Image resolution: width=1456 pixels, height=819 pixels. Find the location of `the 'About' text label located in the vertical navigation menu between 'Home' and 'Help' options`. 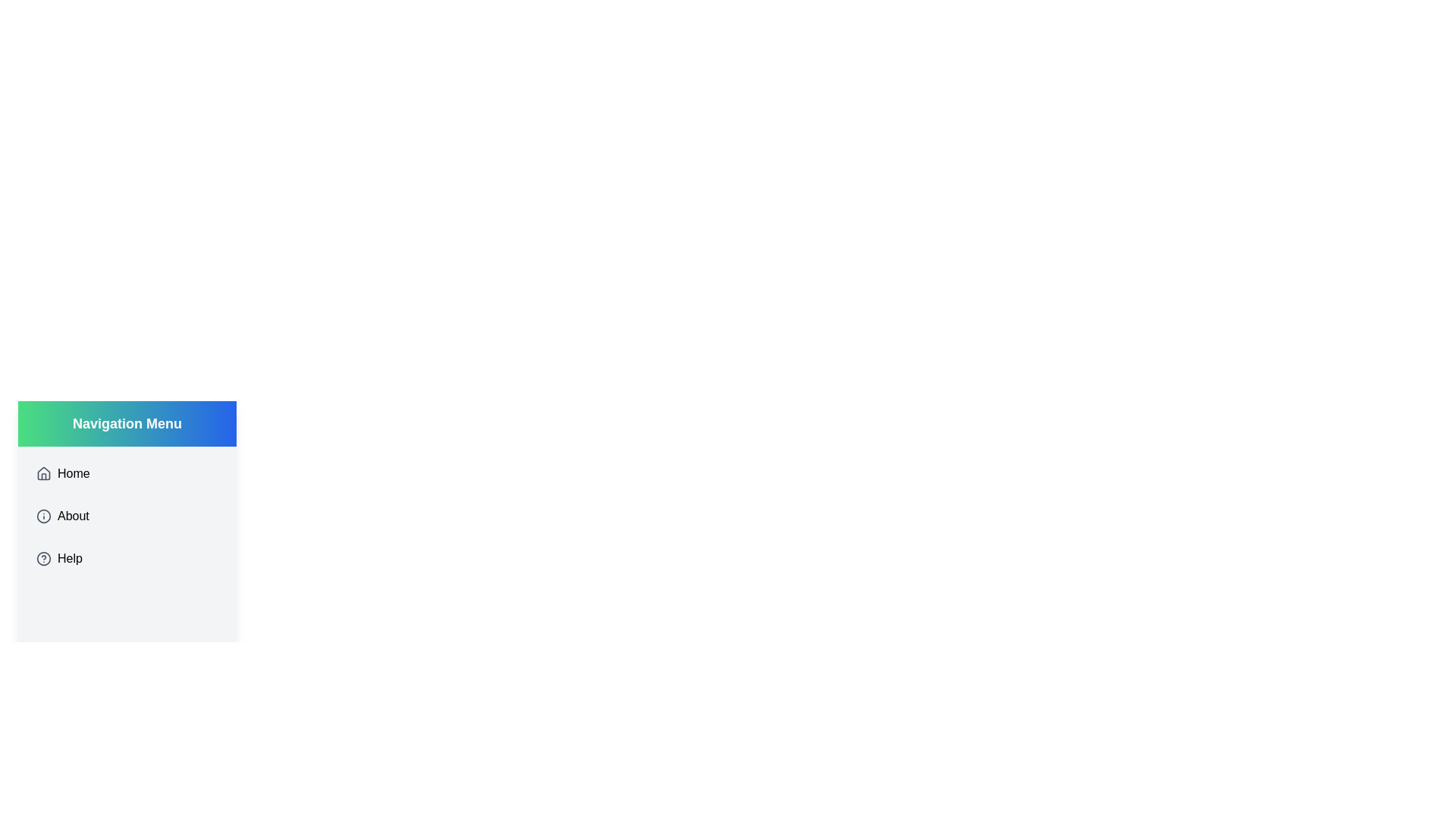

the 'About' text label located in the vertical navigation menu between 'Home' and 'Help' options is located at coordinates (72, 516).